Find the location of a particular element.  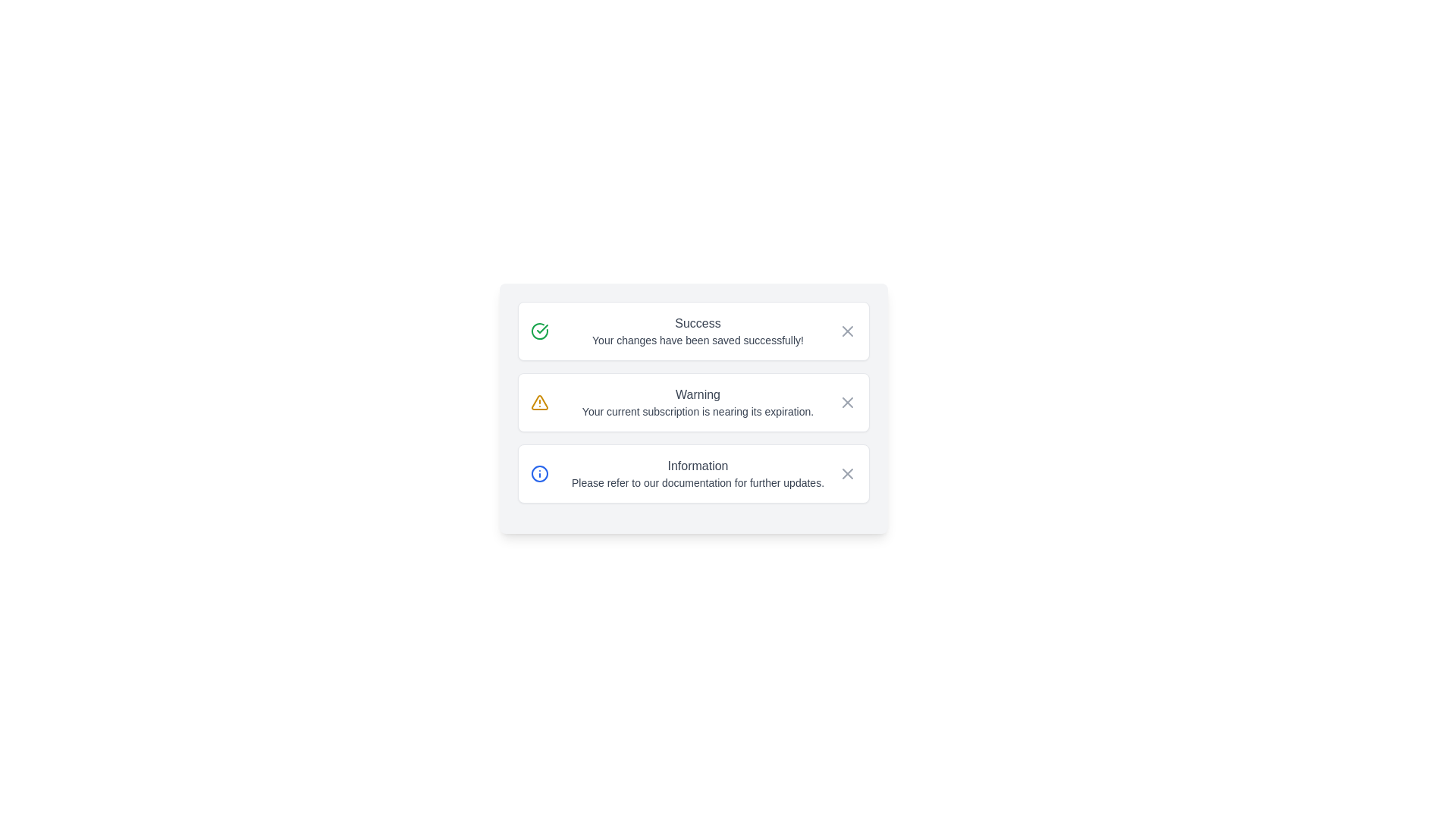

text label displaying 'Information' within the third notification box, positioned below the 'Warning' box is located at coordinates (697, 465).